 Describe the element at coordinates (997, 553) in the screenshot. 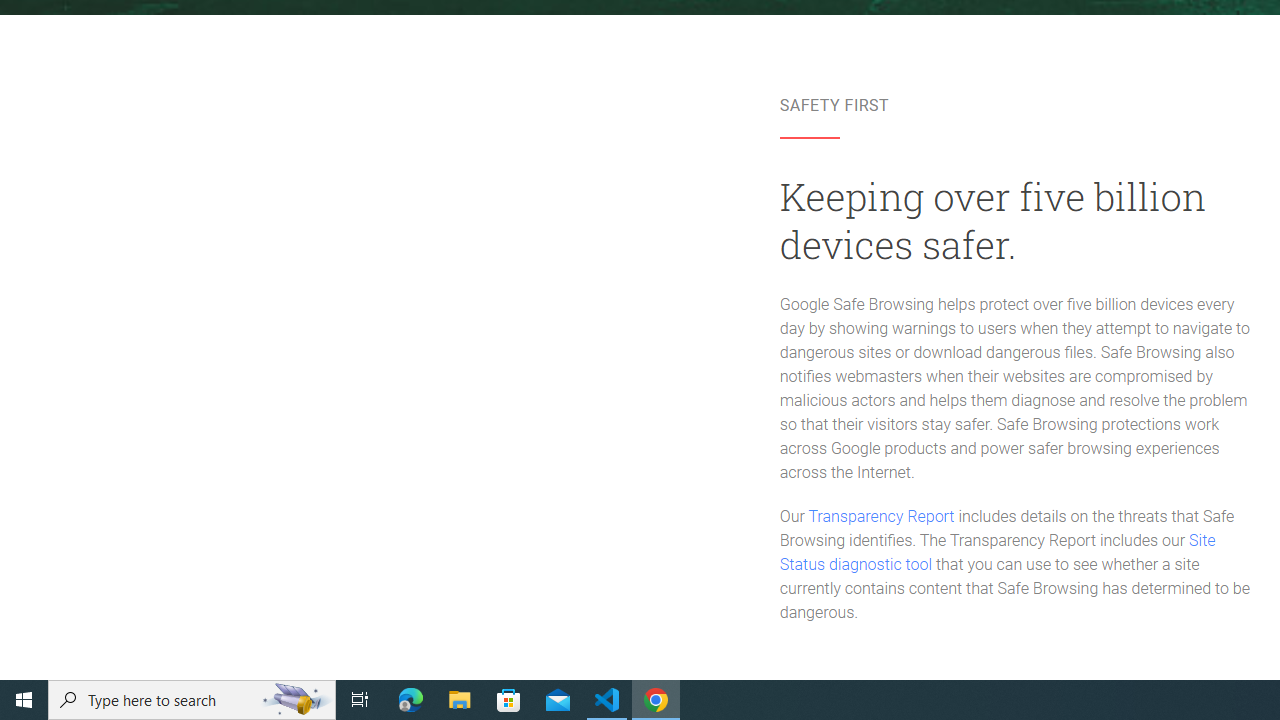

I see `'Site Status diagnostic tool'` at that location.